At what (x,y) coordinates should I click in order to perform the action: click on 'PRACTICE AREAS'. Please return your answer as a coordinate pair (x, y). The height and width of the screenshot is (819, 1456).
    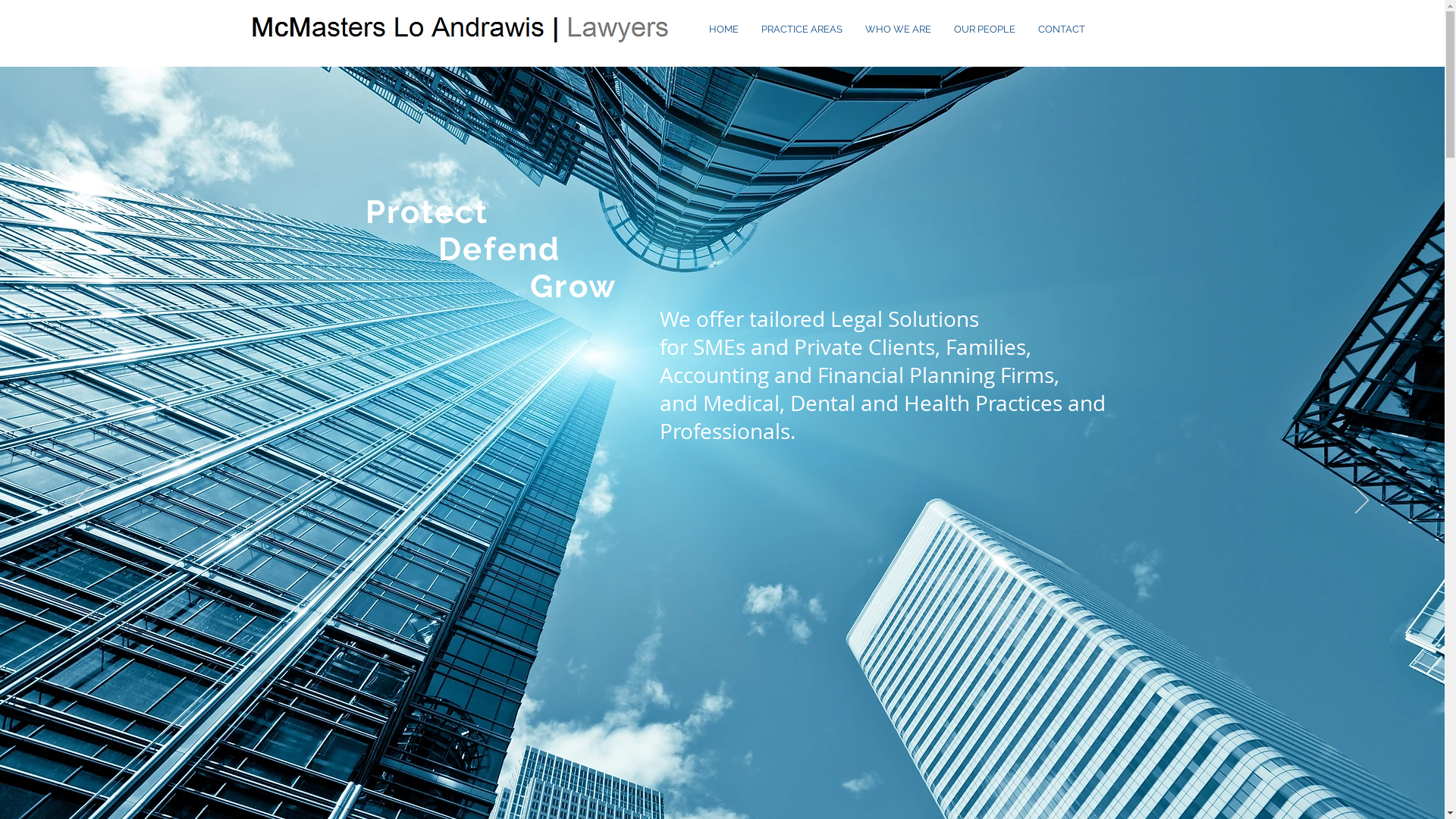
    Looking at the image, I should click on (749, 29).